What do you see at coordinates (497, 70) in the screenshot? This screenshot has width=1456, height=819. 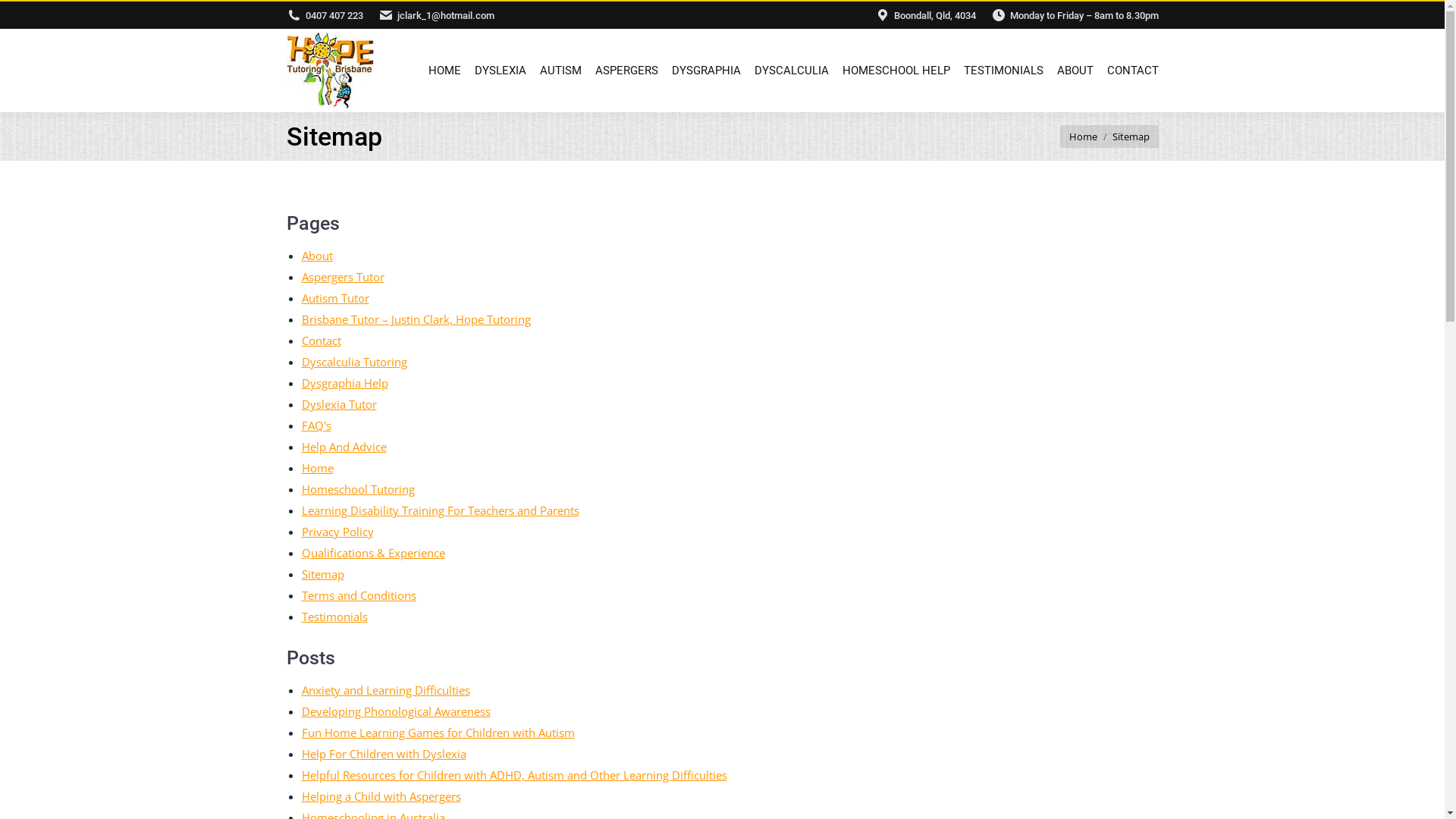 I see `'DYSLEXIA'` at bounding box center [497, 70].